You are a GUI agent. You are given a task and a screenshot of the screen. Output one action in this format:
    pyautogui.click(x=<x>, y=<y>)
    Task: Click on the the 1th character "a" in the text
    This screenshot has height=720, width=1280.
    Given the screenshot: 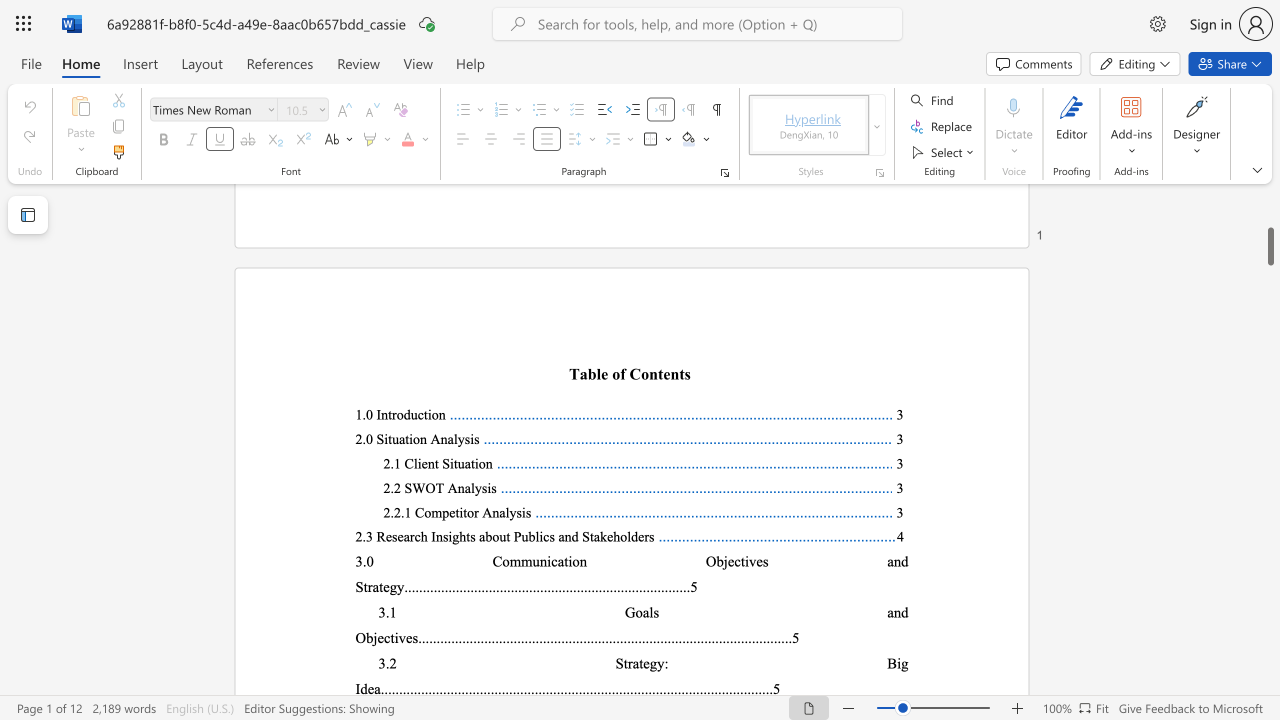 What is the action you would take?
    pyautogui.click(x=560, y=561)
    